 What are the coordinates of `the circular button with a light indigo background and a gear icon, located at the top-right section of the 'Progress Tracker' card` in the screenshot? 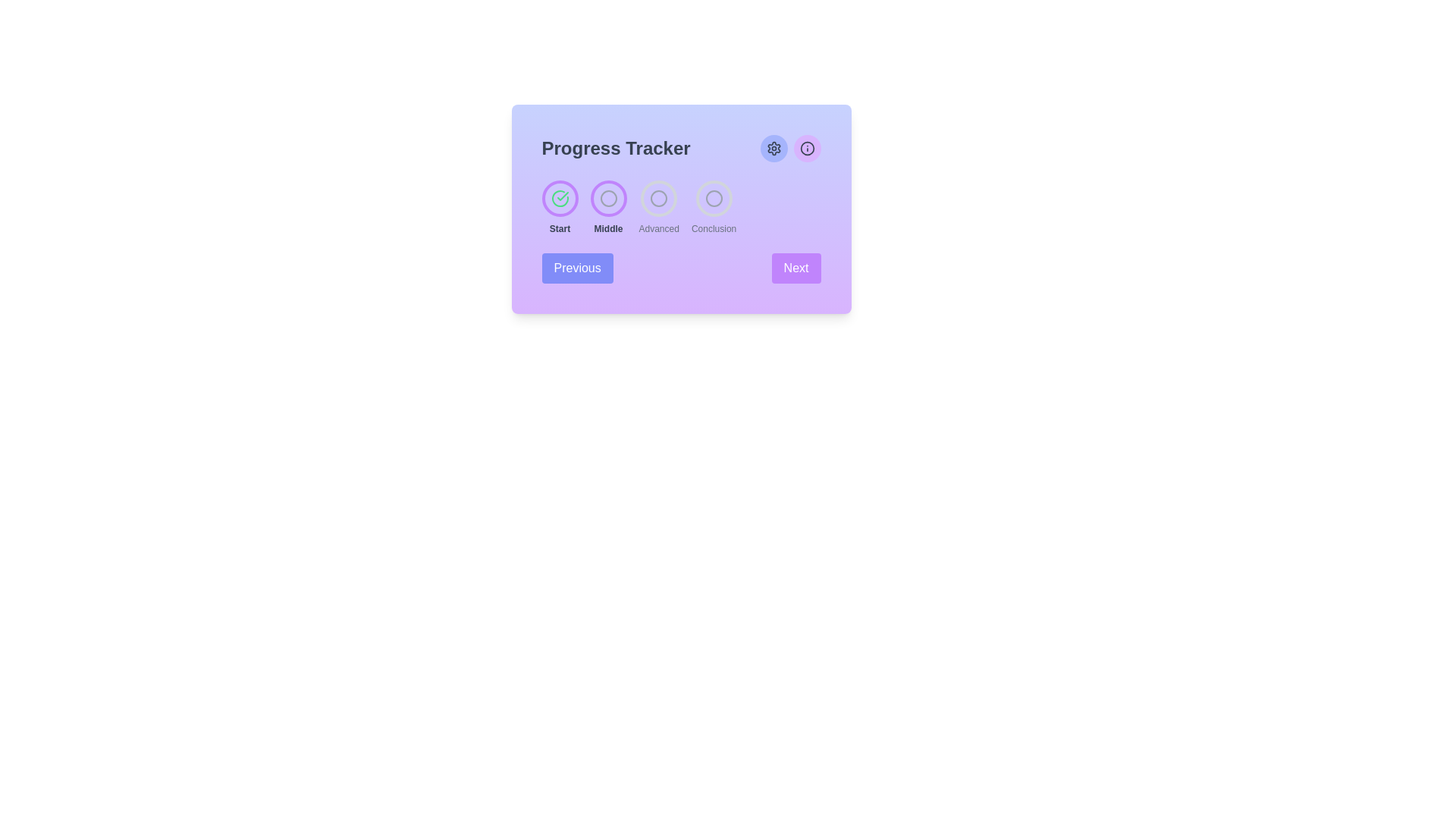 It's located at (773, 149).